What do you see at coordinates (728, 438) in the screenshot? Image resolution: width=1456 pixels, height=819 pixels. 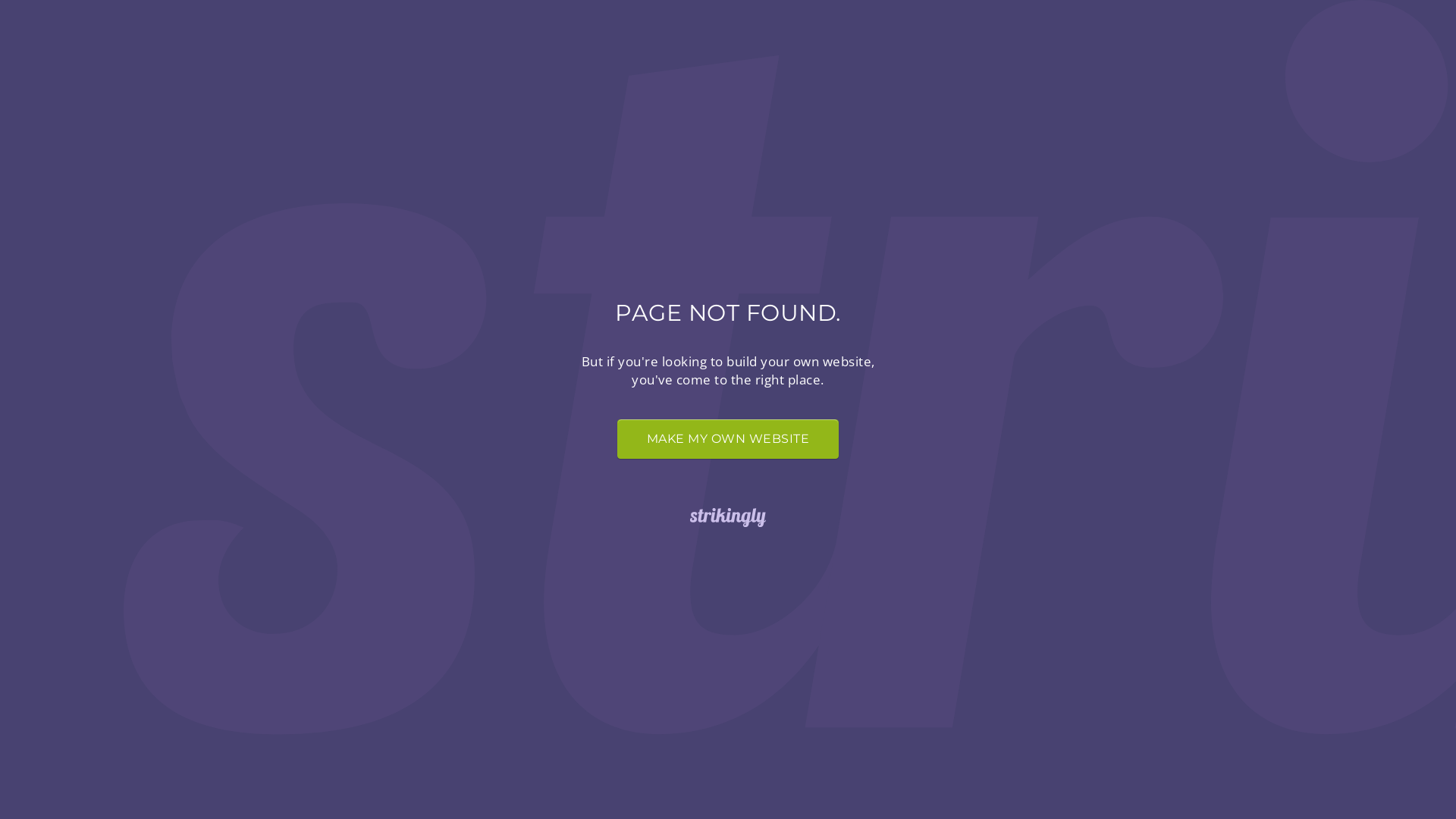 I see `'MAKE MY OWN WEBSITE'` at bounding box center [728, 438].